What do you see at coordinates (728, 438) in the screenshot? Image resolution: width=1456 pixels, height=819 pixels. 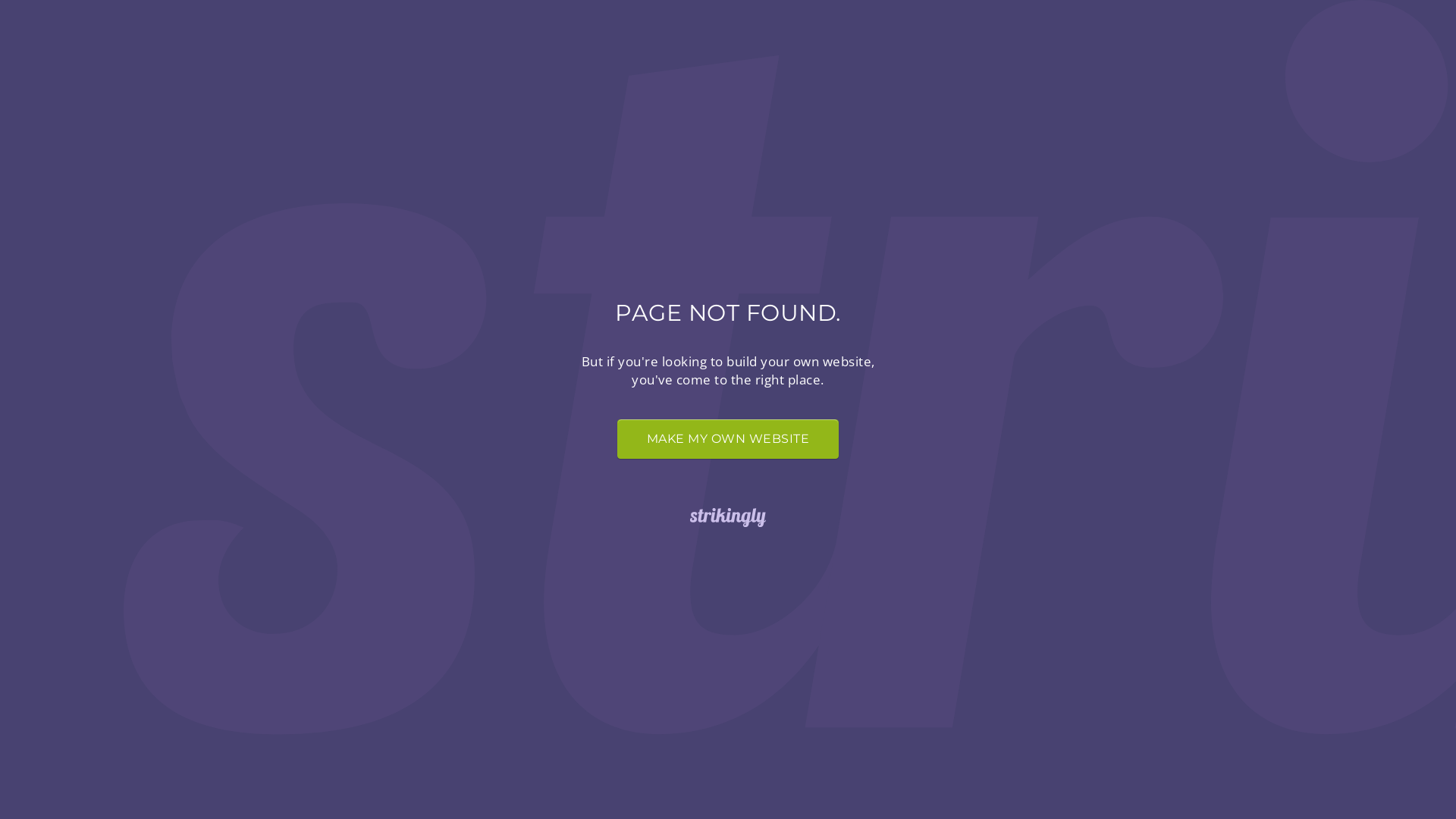 I see `'MAKE MY OWN WEBSITE'` at bounding box center [728, 438].